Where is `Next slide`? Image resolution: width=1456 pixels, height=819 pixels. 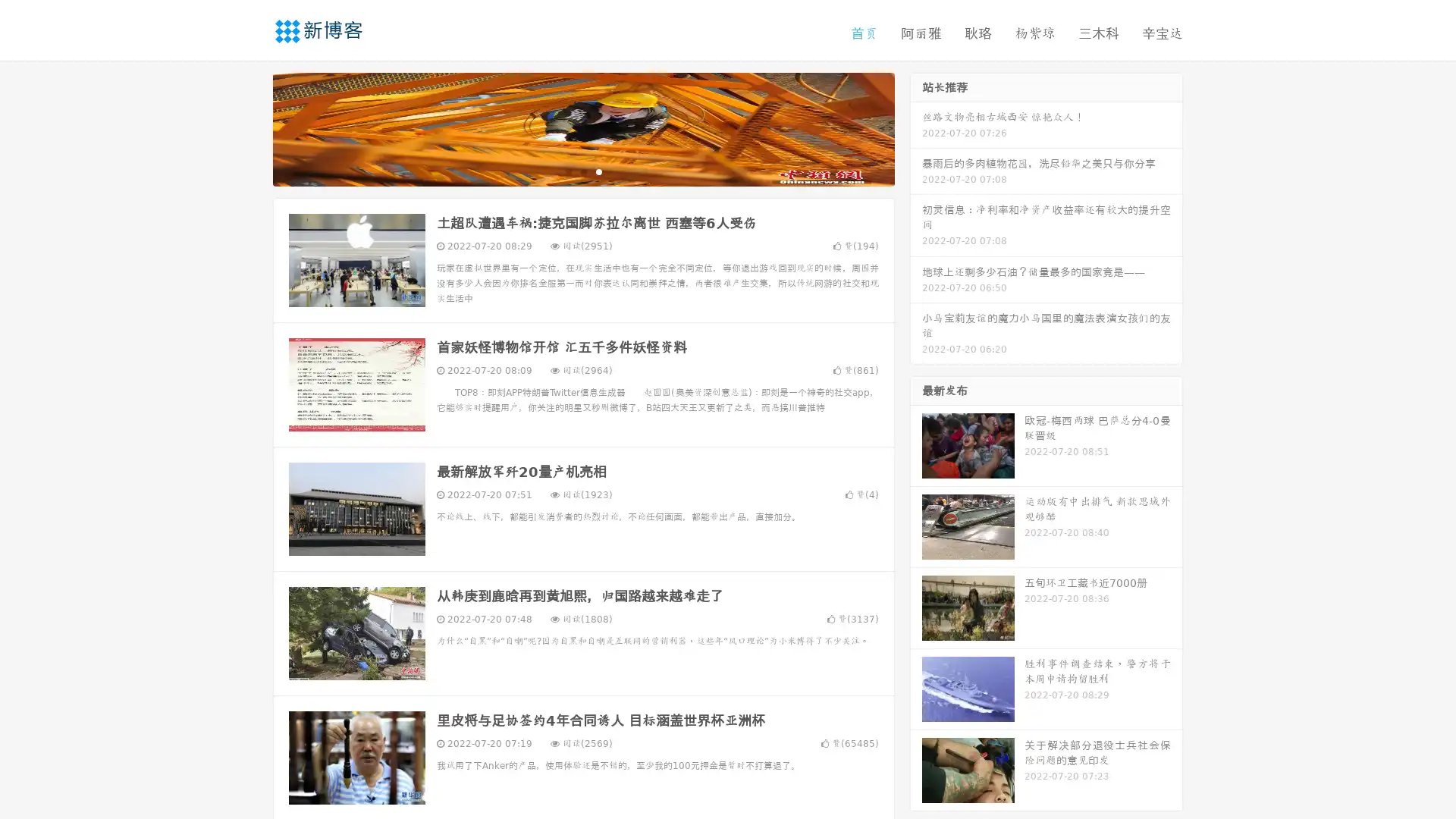 Next slide is located at coordinates (916, 127).